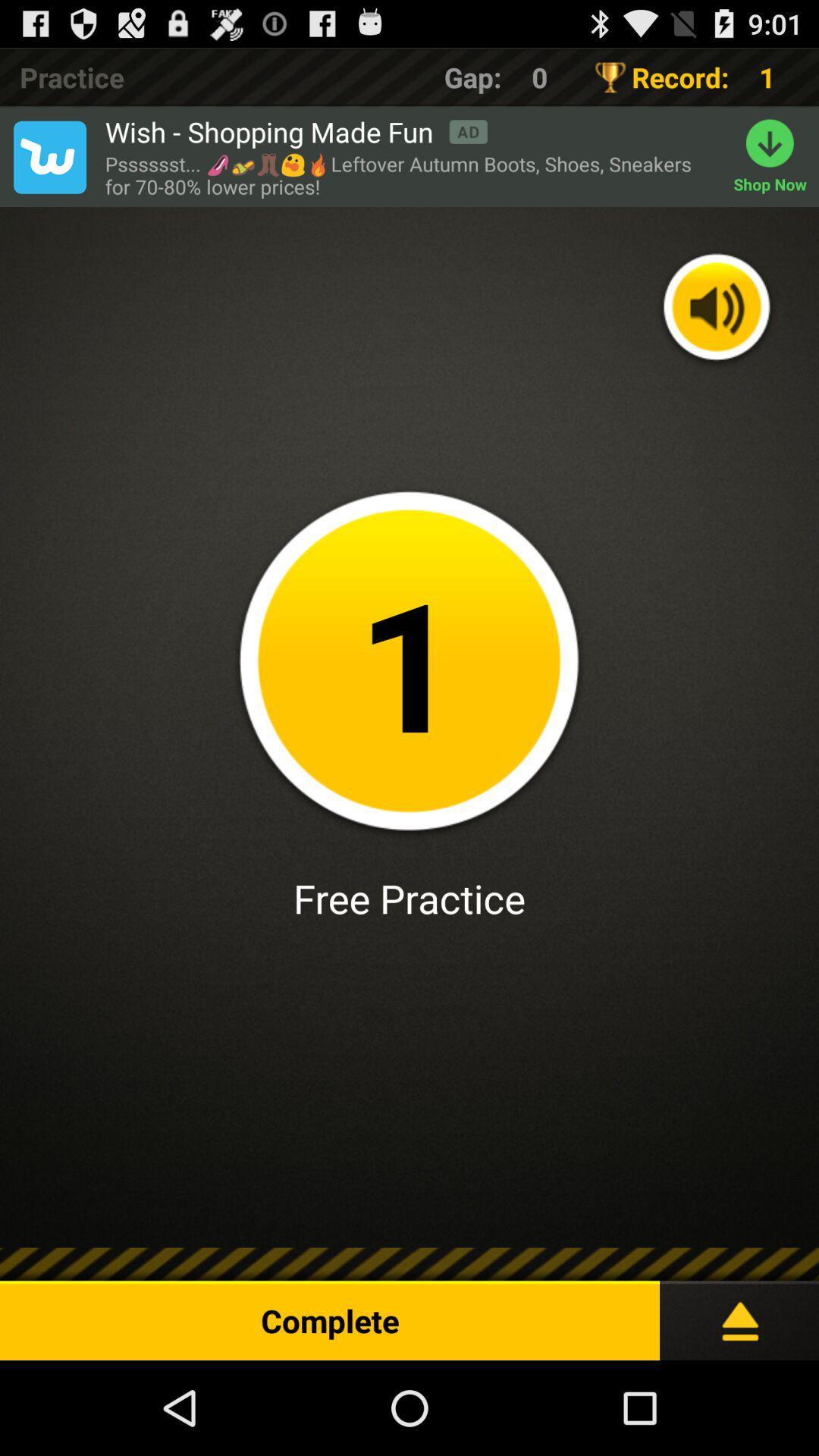 The width and height of the screenshot is (819, 1456). I want to click on advertisement about wish, so click(49, 157).